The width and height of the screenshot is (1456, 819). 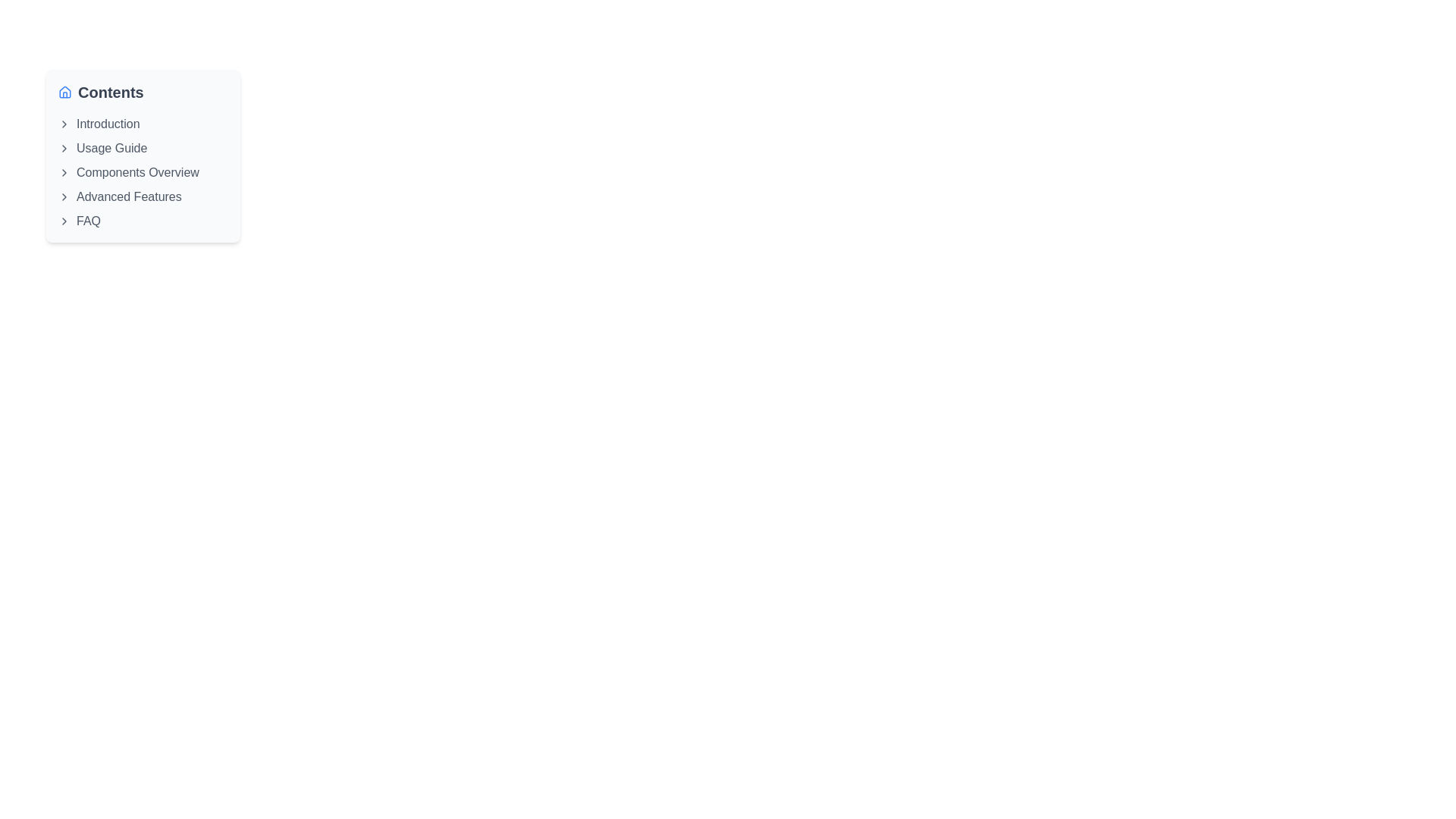 I want to click on the 'Home' SVG icon located in the sidebar above the 'Contents' label to navigate back to the main page or dashboard, so click(x=64, y=91).